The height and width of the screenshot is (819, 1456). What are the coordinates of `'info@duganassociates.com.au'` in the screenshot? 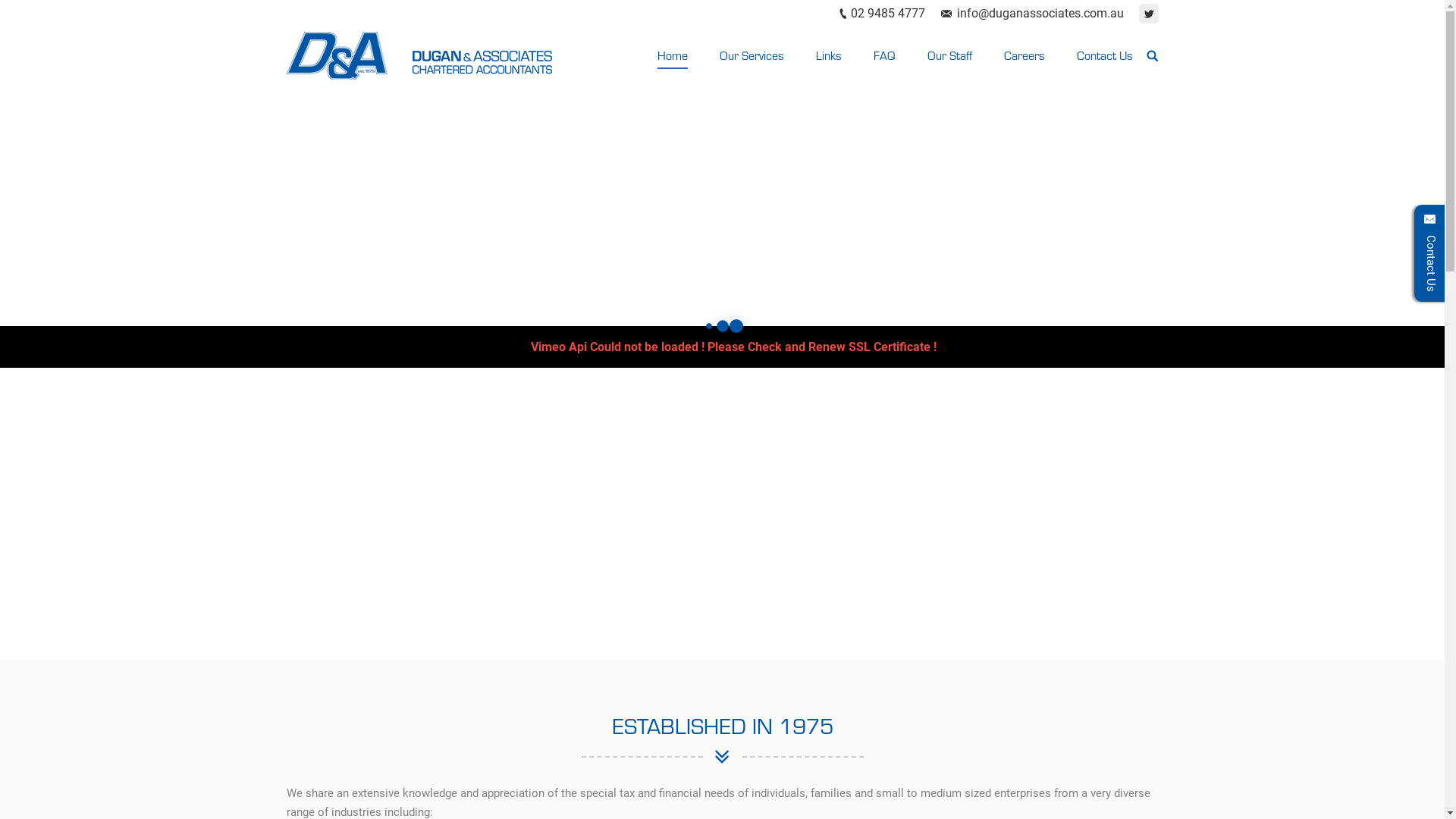 It's located at (1040, 13).